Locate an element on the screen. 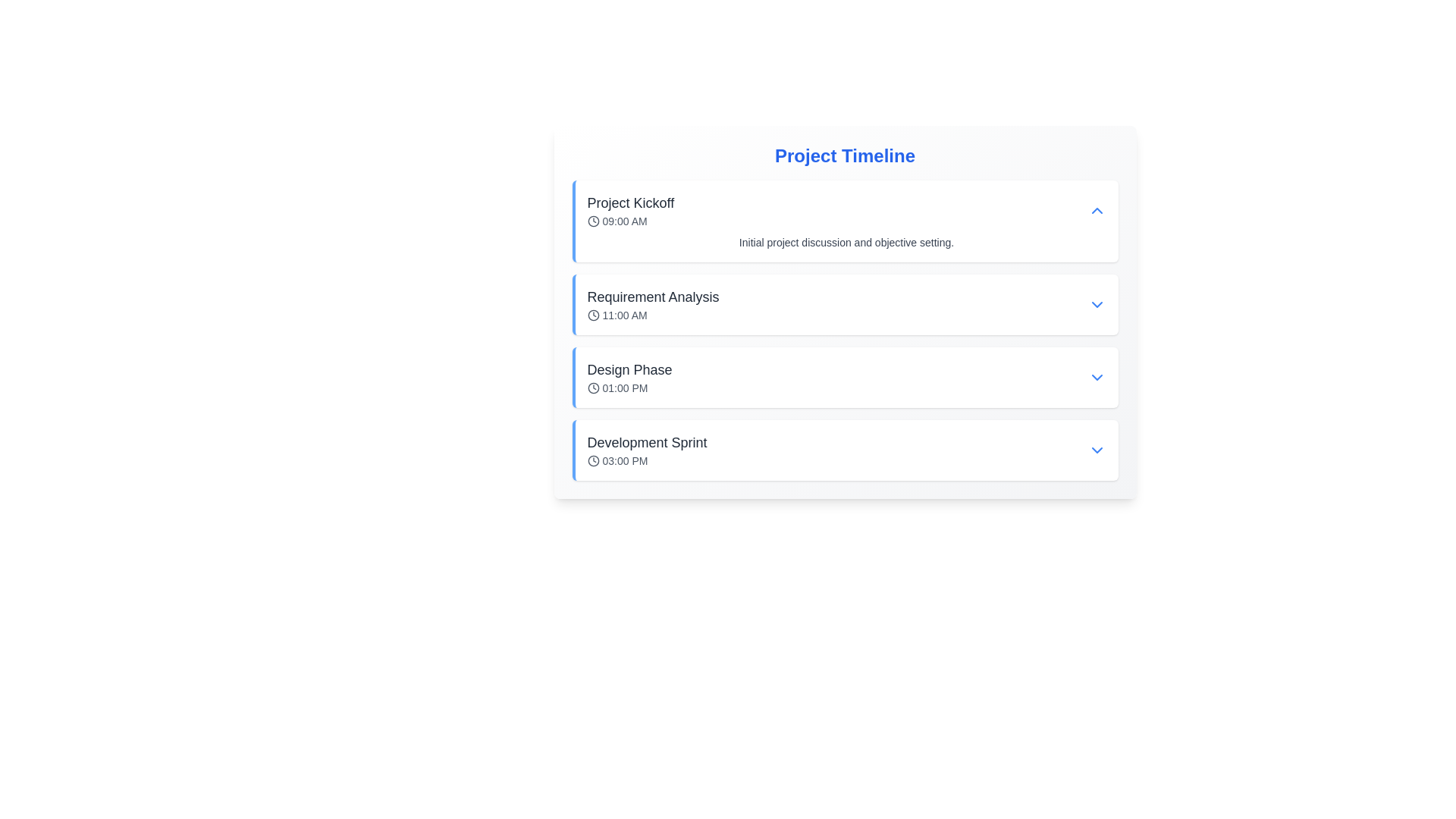 The width and height of the screenshot is (1456, 819). the chevron on the right side of the 'Project Kickoff' item is located at coordinates (1097, 210).